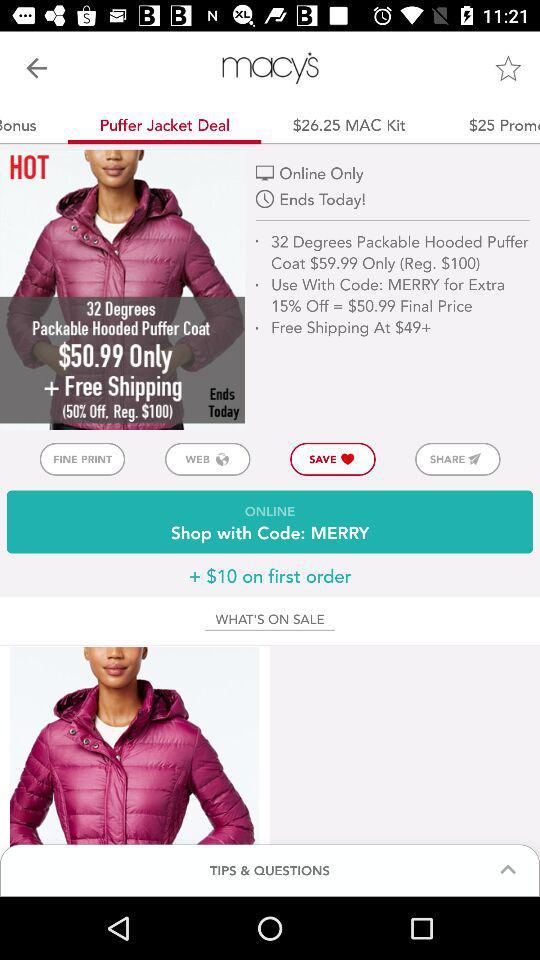 The height and width of the screenshot is (960, 540). I want to click on the icon to the left of share icon, so click(333, 459).